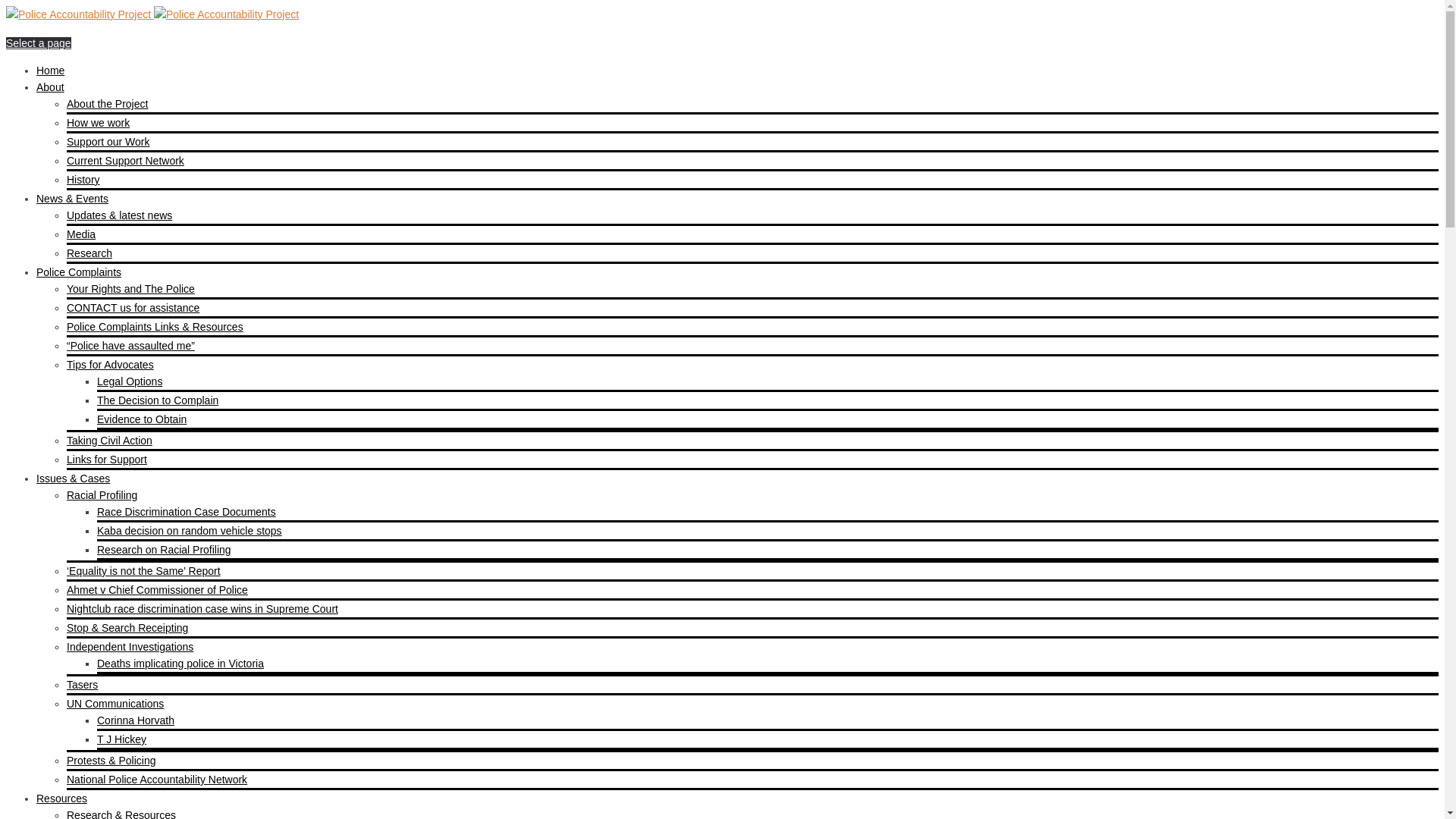  What do you see at coordinates (65, 458) in the screenshot?
I see `'Links for Support'` at bounding box center [65, 458].